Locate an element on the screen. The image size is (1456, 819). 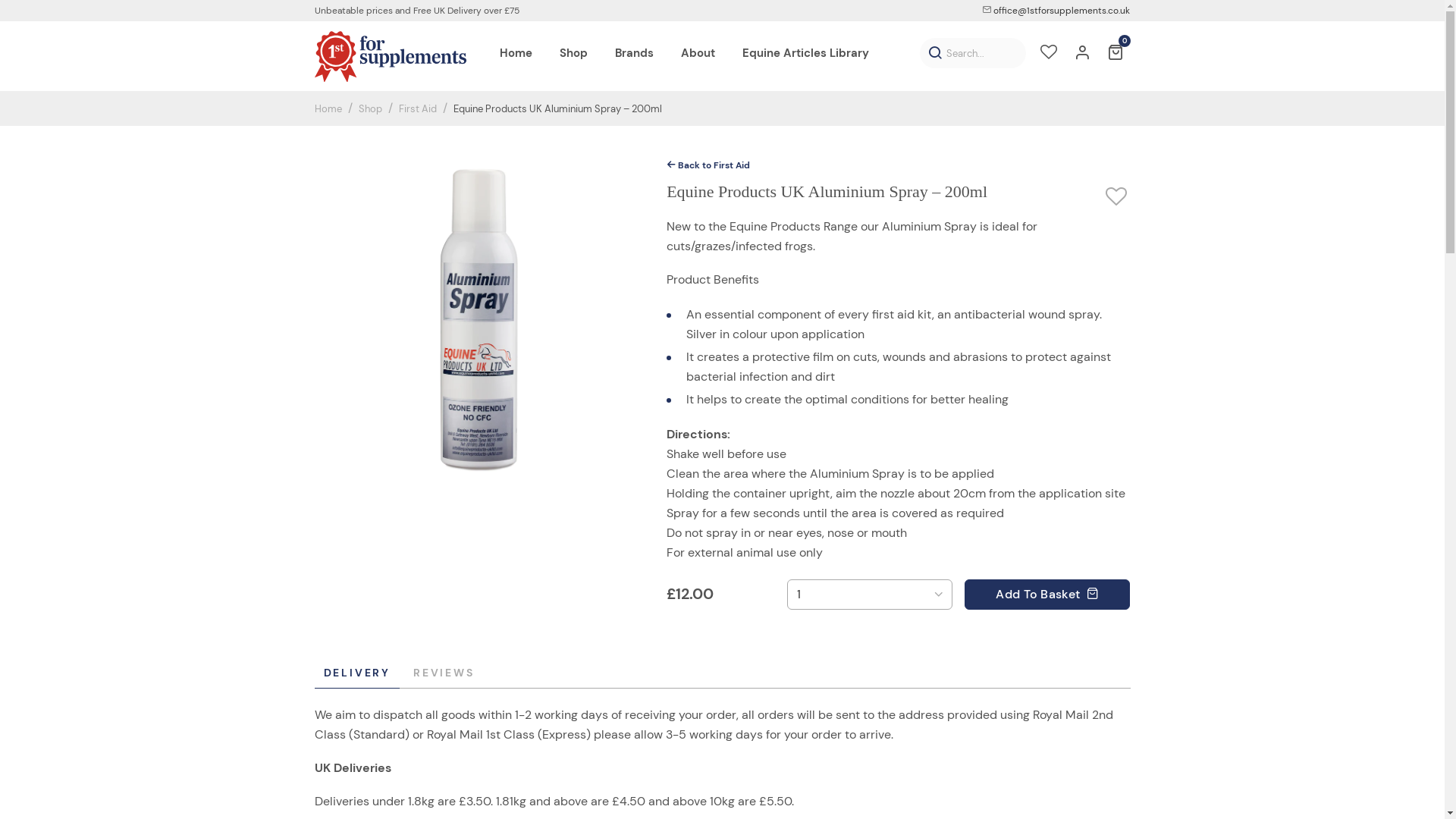
'office@1stforsupplements.co.uk' is located at coordinates (1055, 11).